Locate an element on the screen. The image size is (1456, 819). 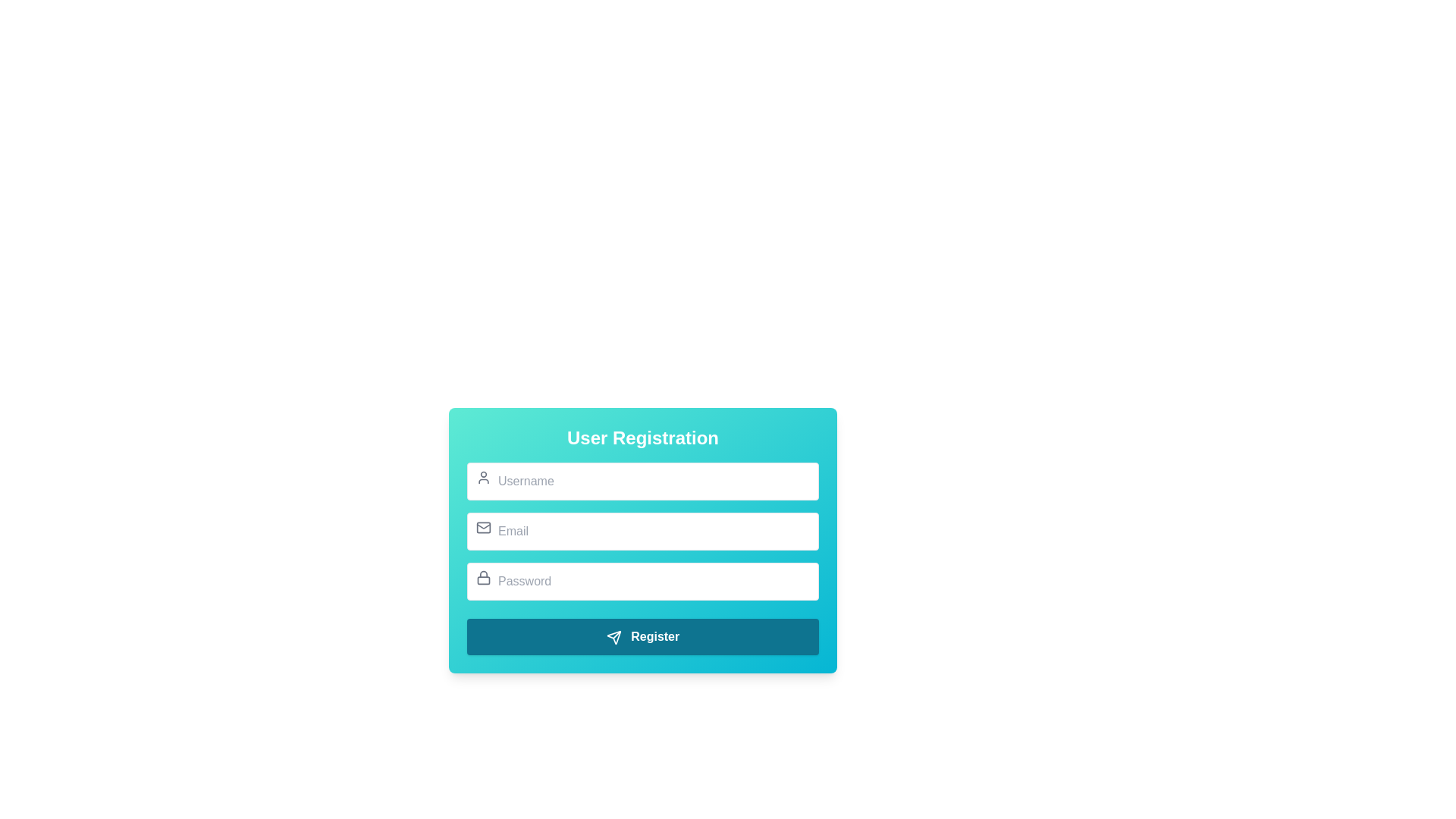
the envelope-shaped icon with a minimalist outline design, located to the left of the email input field in the User Registration form is located at coordinates (483, 526).